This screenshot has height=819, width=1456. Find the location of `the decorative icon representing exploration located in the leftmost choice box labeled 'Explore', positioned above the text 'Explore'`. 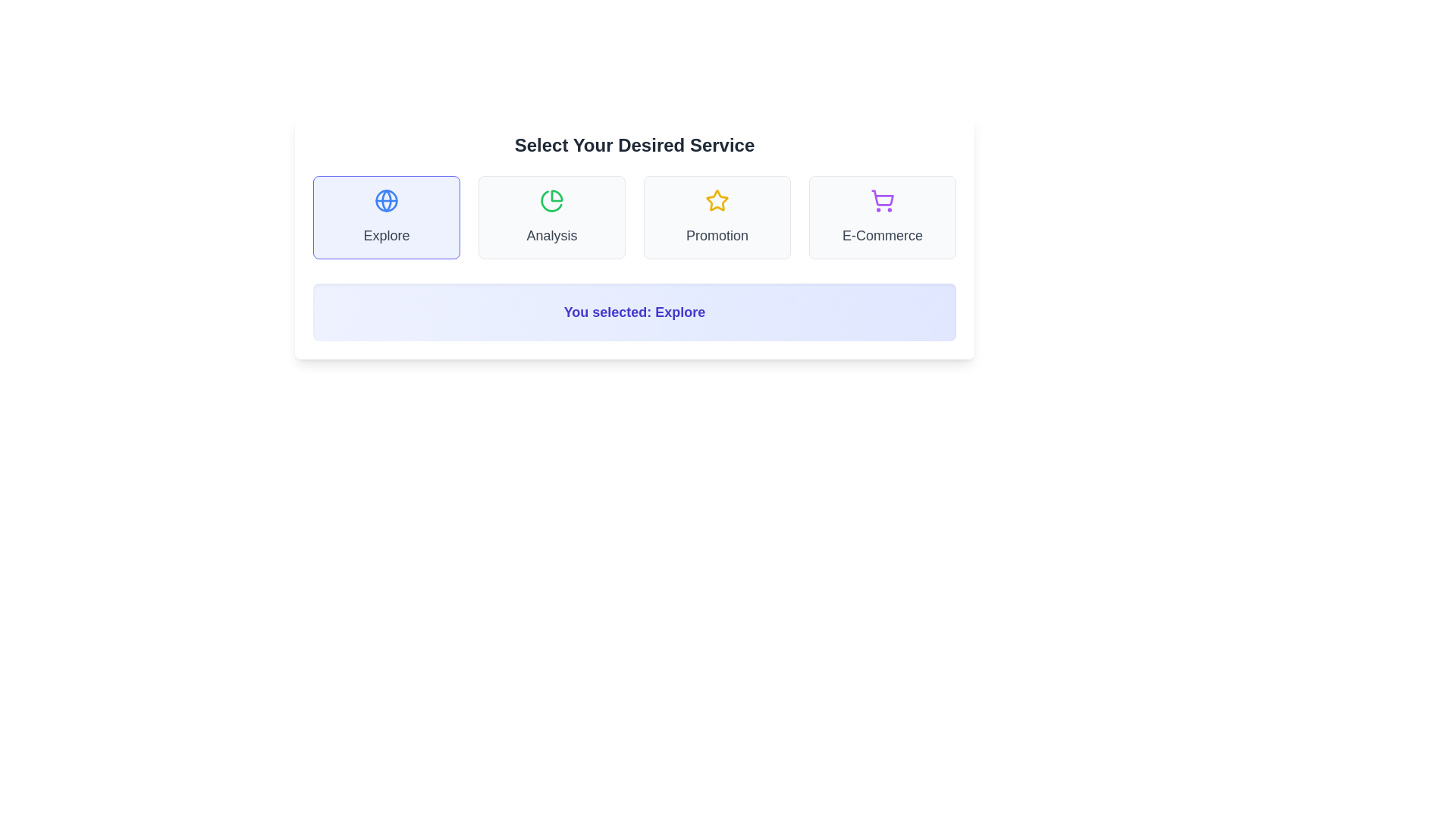

the decorative icon representing exploration located in the leftmost choice box labeled 'Explore', positioned above the text 'Explore' is located at coordinates (386, 200).